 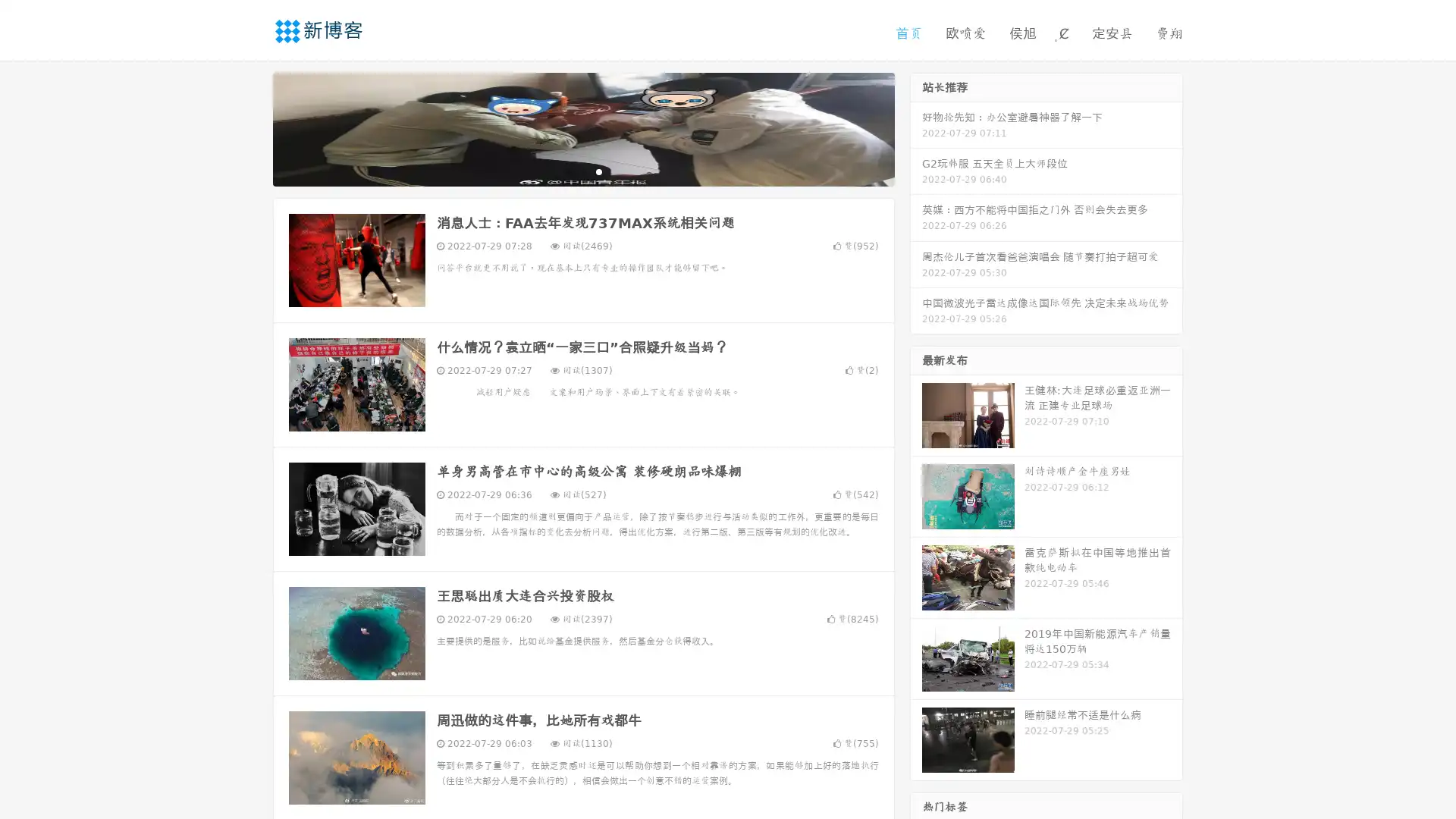 What do you see at coordinates (916, 127) in the screenshot?
I see `Next slide` at bounding box center [916, 127].